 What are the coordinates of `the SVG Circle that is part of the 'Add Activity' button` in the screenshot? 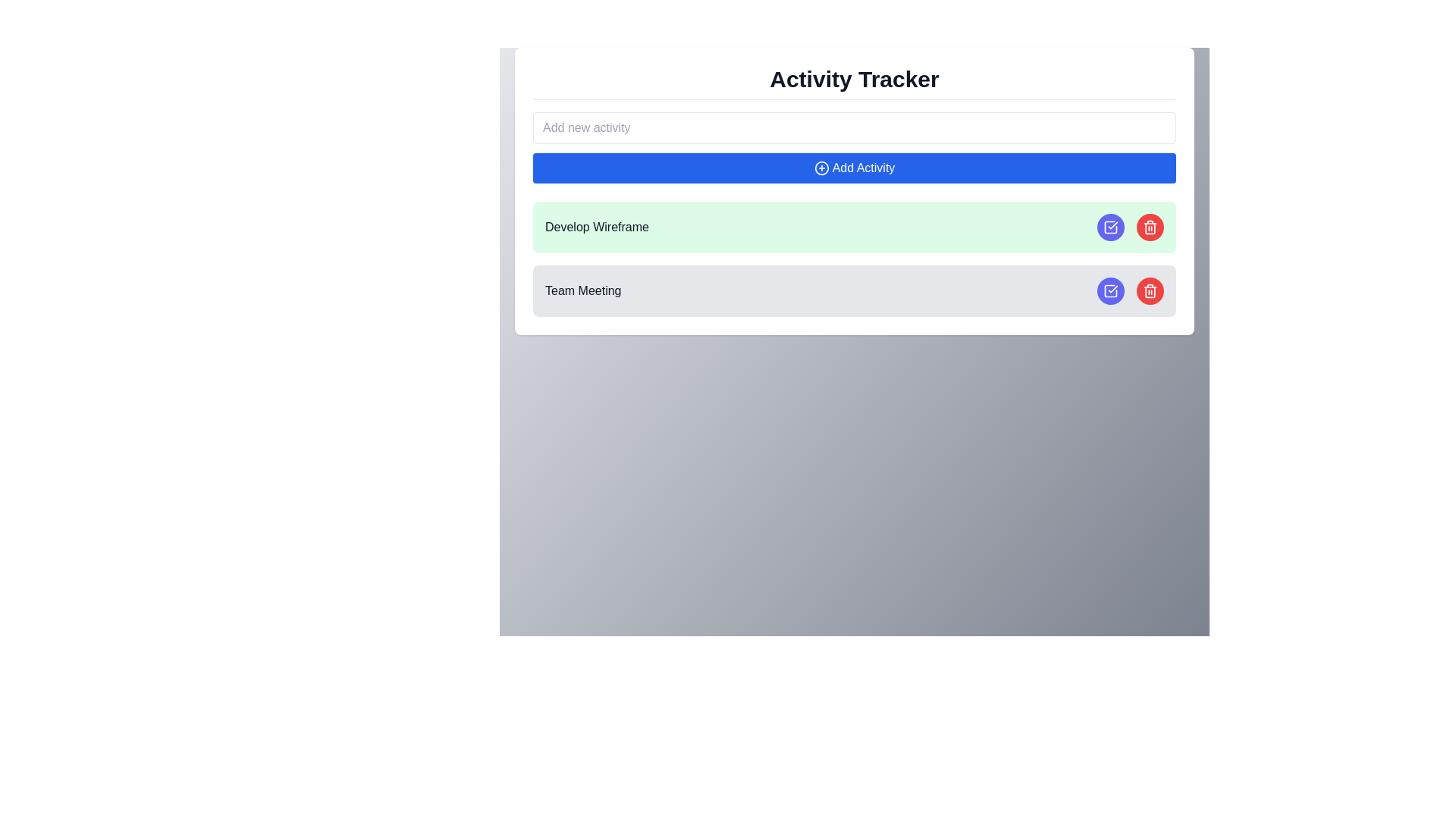 It's located at (821, 168).